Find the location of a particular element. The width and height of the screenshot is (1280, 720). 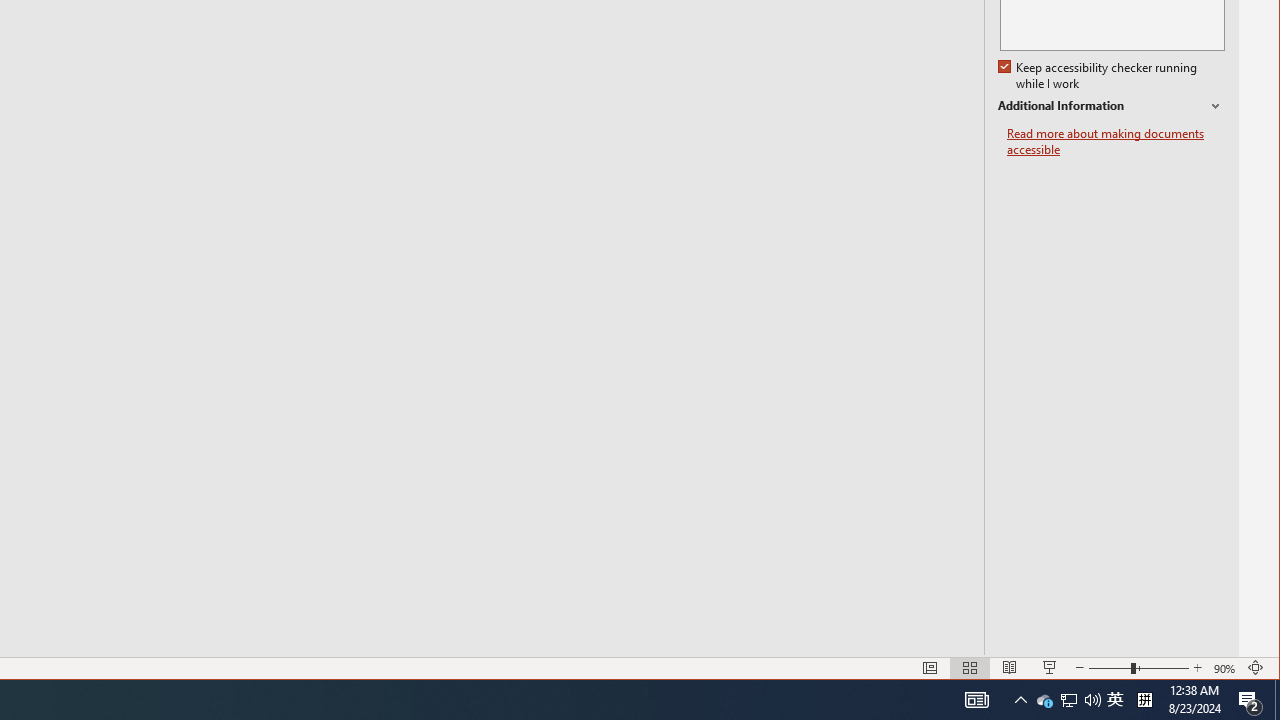

'Read more about making documents accessible' is located at coordinates (1115, 141).